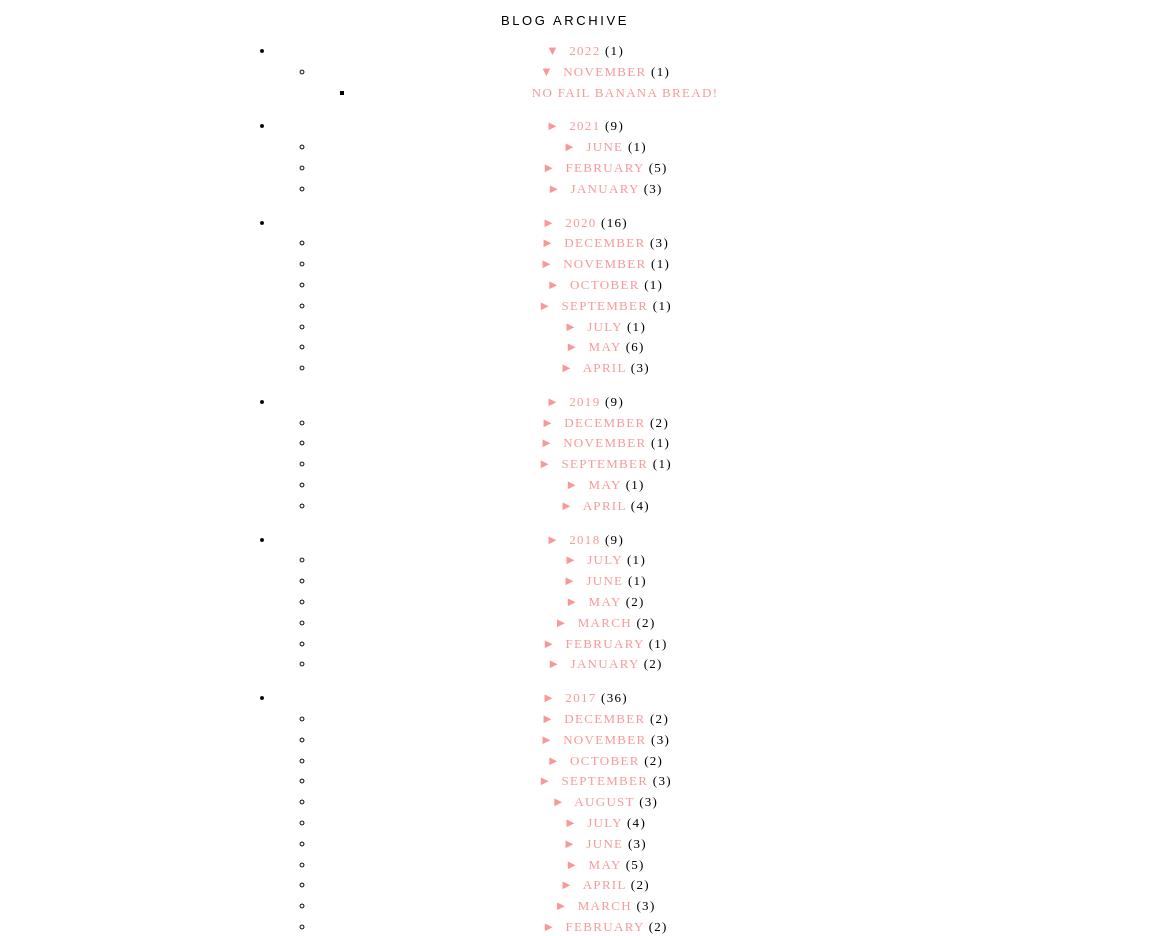 This screenshot has height=936, width=1150. I want to click on 'No Fail Banana Bread!', so click(530, 90).